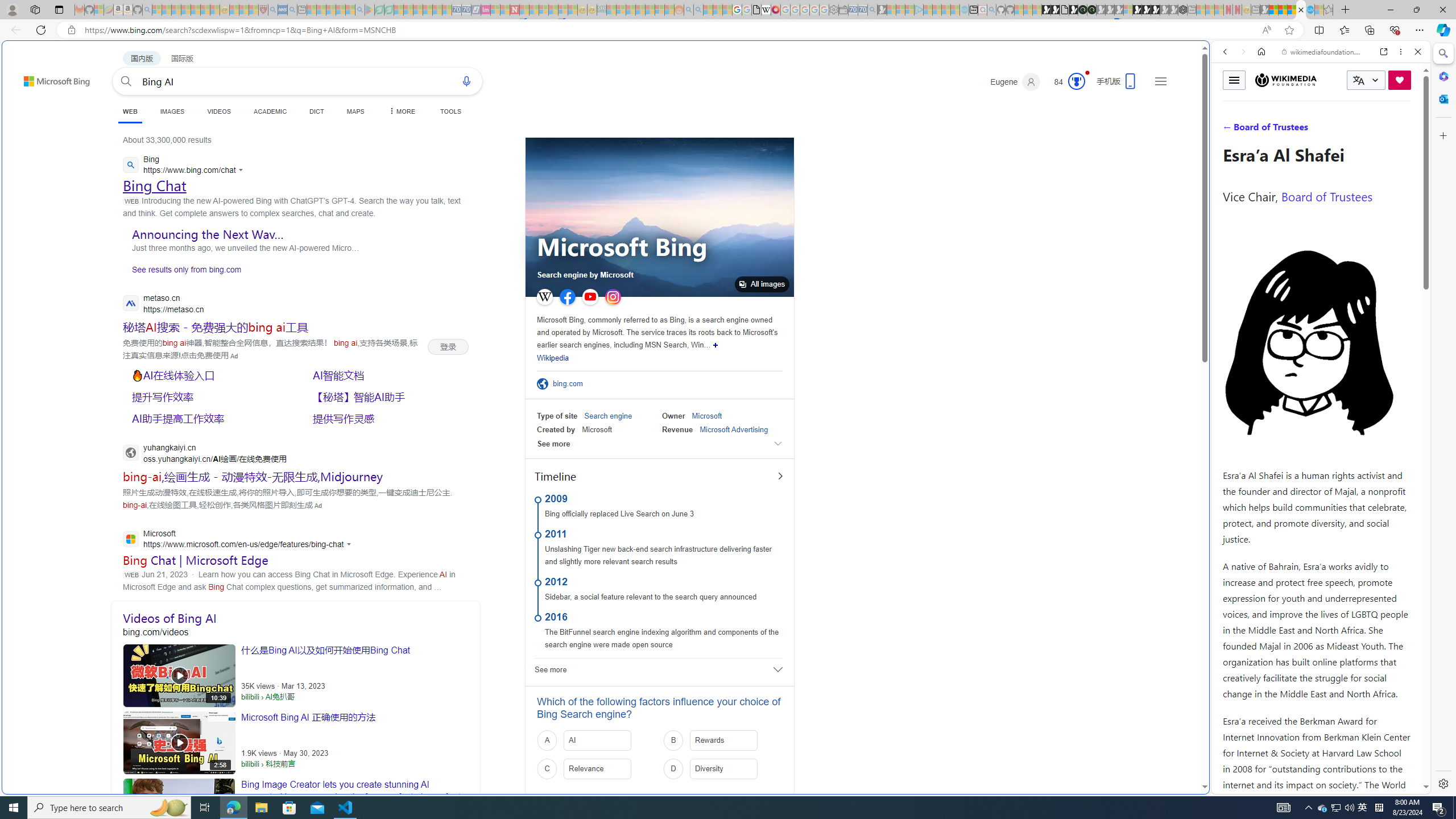  Describe the element at coordinates (674, 416) in the screenshot. I see `'Owner'` at that location.